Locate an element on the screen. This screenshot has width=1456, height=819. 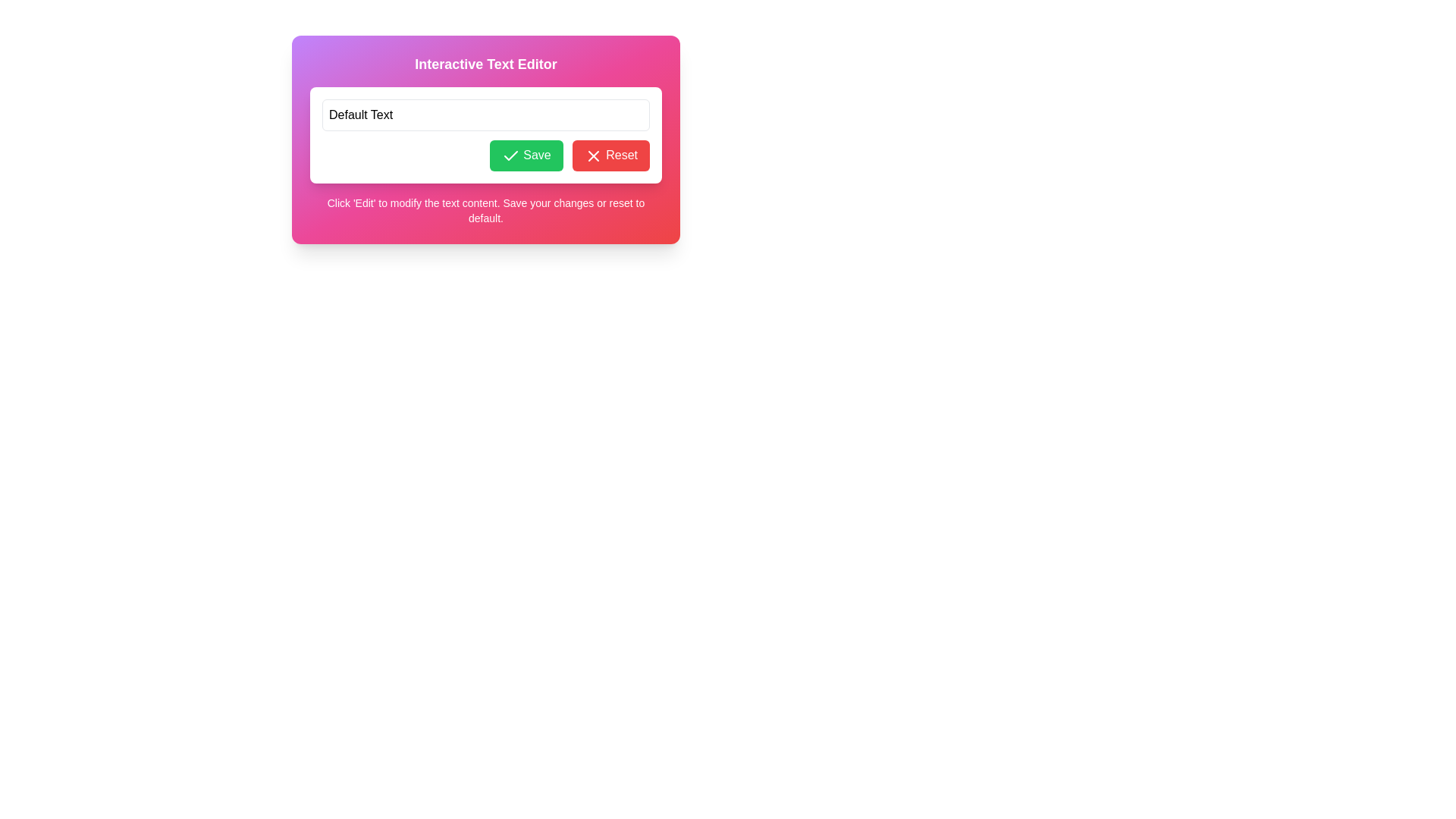
the static text display at the bottom of the 'Interactive Text Editor' card, which instructs the user to click 'Edit' to modify the text content is located at coordinates (486, 210).